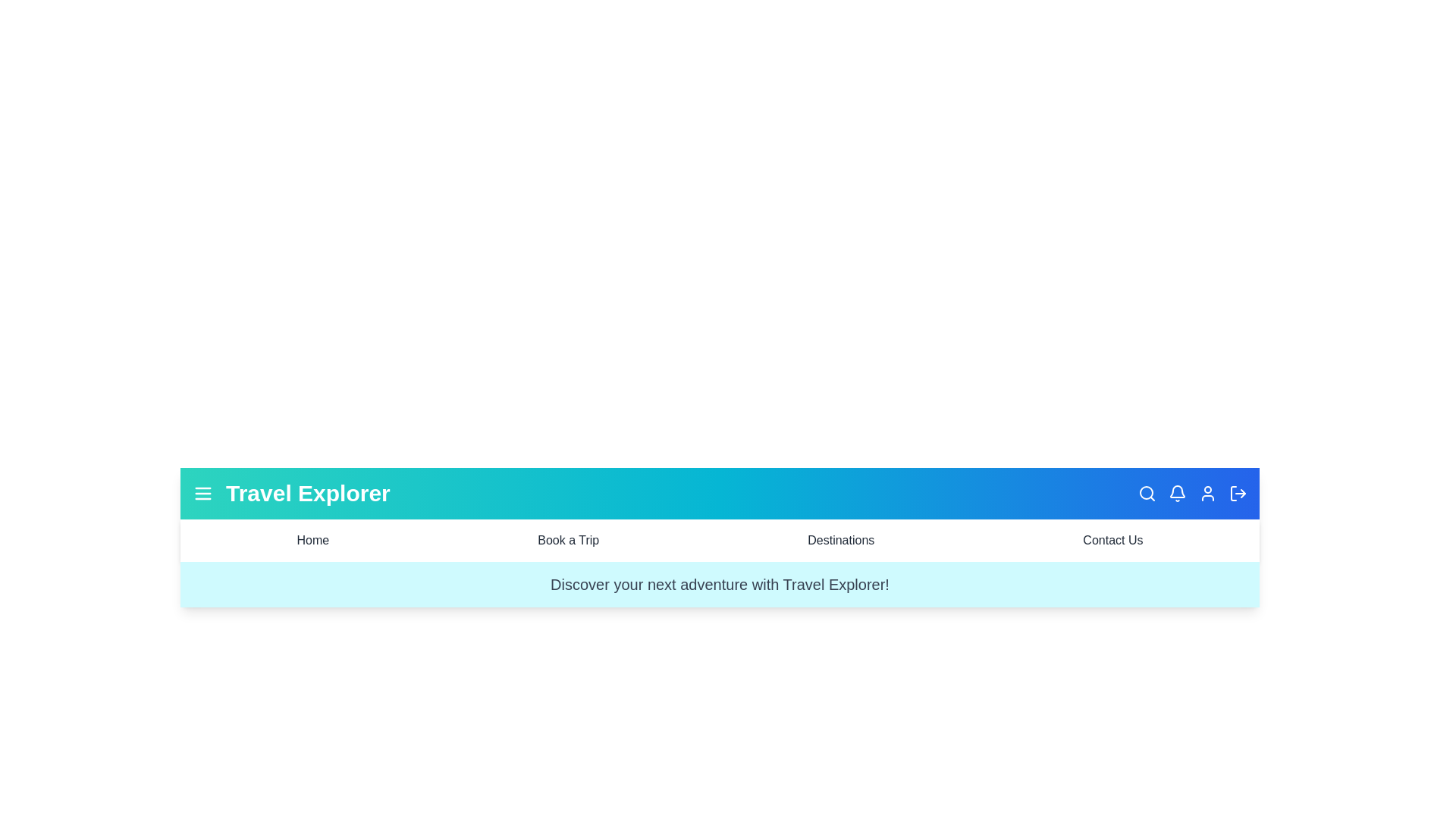 This screenshot has height=819, width=1456. What do you see at coordinates (202, 494) in the screenshot?
I see `the menu icon to toggle the sidebar menu` at bounding box center [202, 494].